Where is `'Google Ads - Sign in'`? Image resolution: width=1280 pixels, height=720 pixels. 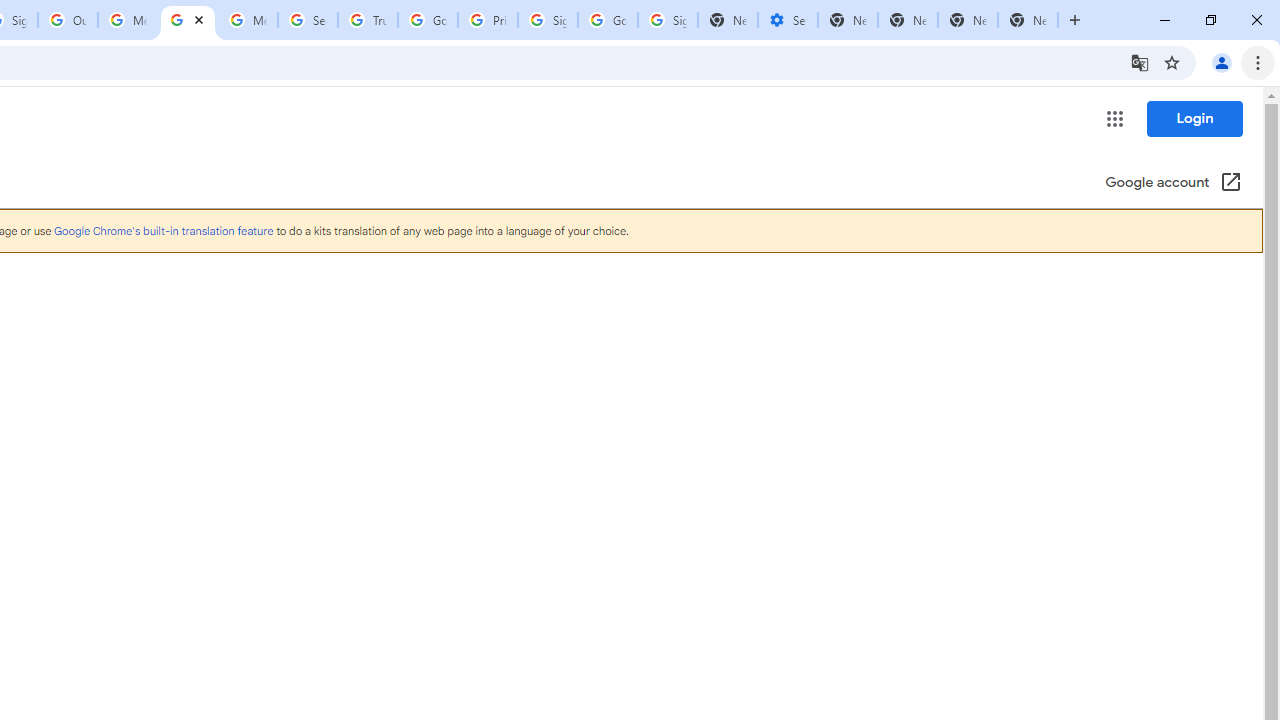 'Google Ads - Sign in' is located at coordinates (427, 20).